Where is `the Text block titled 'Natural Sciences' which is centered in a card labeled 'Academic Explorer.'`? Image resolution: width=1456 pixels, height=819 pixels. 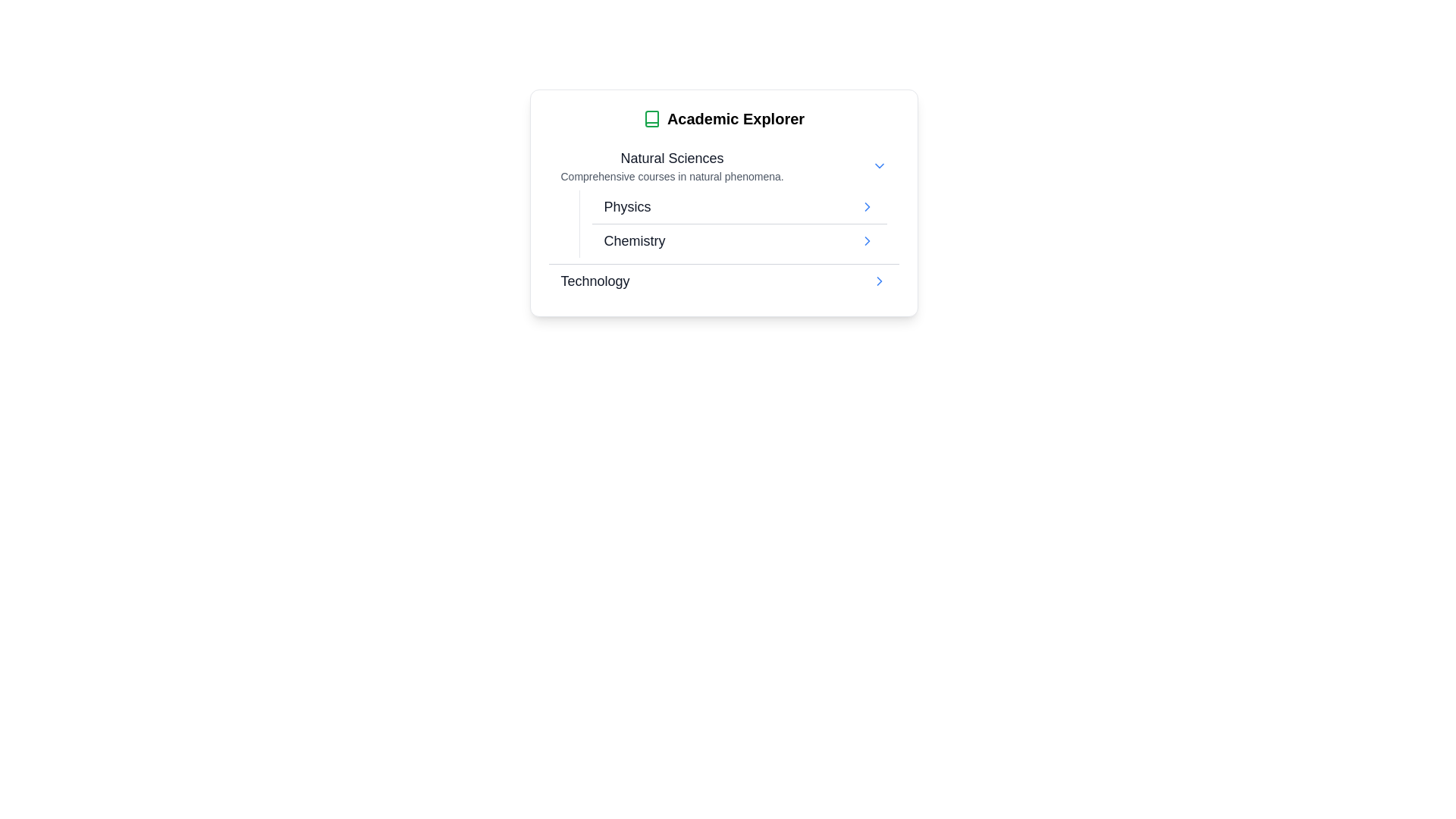
the Text block titled 'Natural Sciences' which is centered in a card labeled 'Academic Explorer.' is located at coordinates (671, 166).